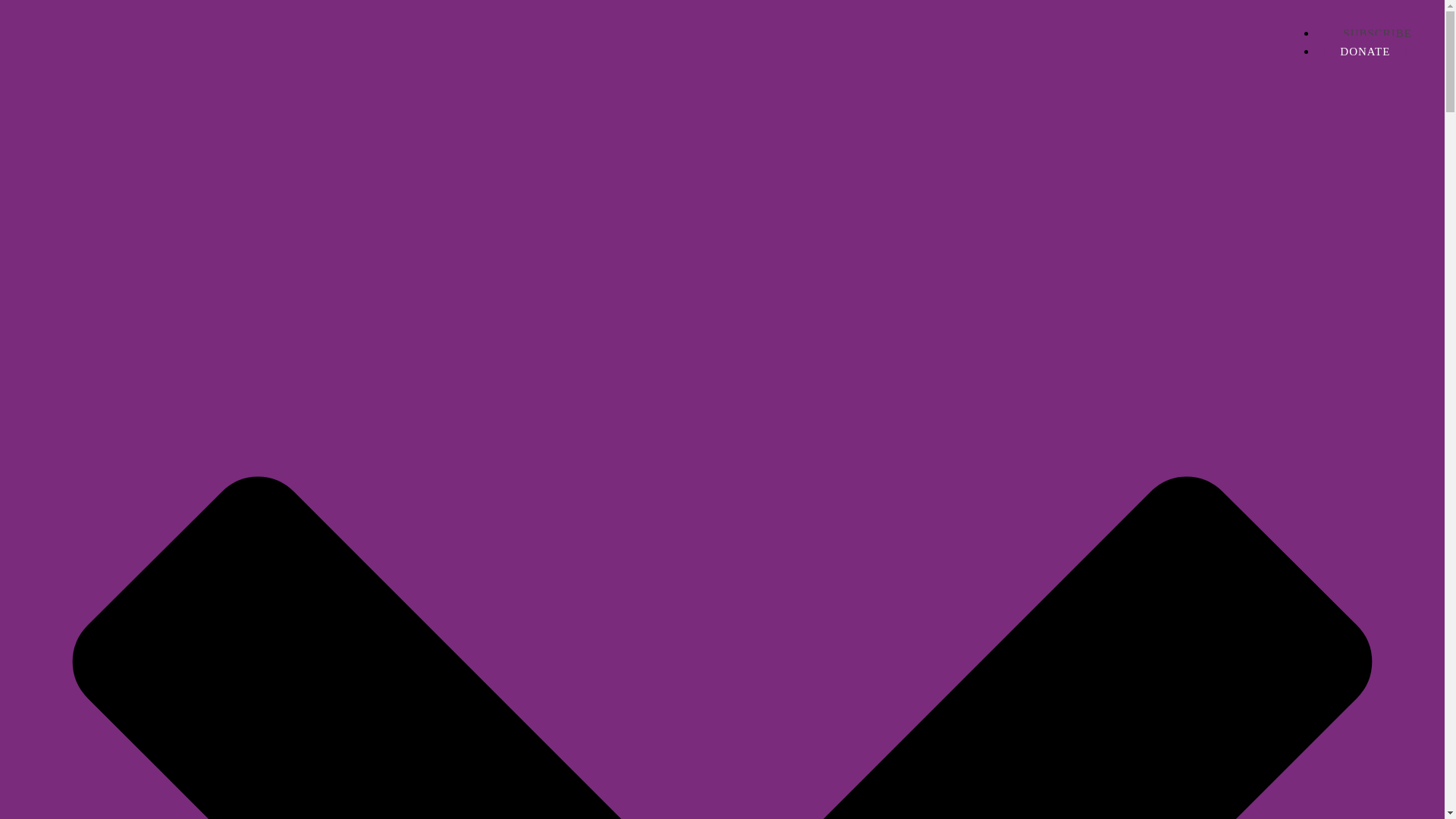 This screenshot has width=1456, height=819. What do you see at coordinates (1377, 33) in the screenshot?
I see `'SUBSCRIBE'` at bounding box center [1377, 33].